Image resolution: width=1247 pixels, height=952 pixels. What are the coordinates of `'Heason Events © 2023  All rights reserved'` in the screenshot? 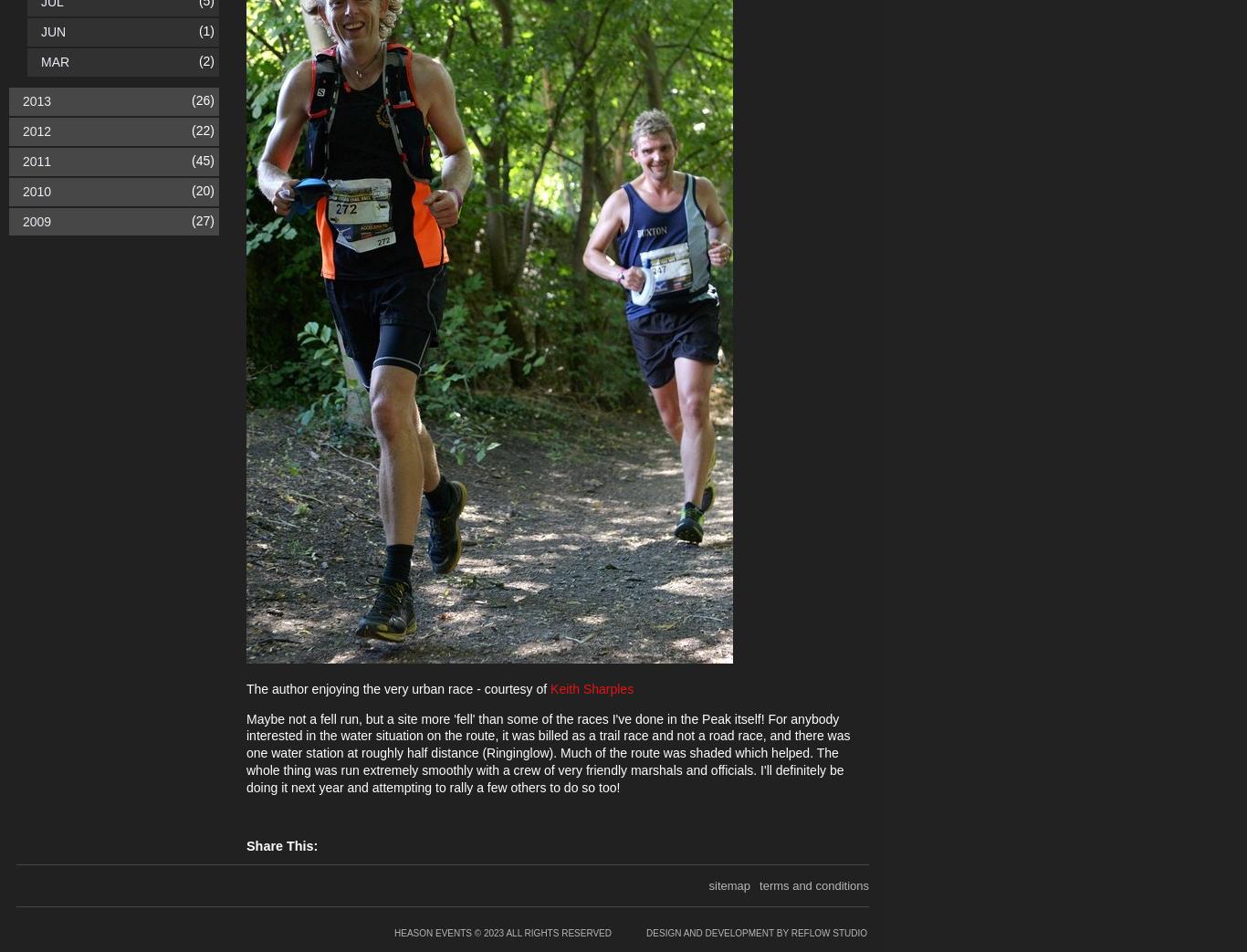 It's located at (502, 932).